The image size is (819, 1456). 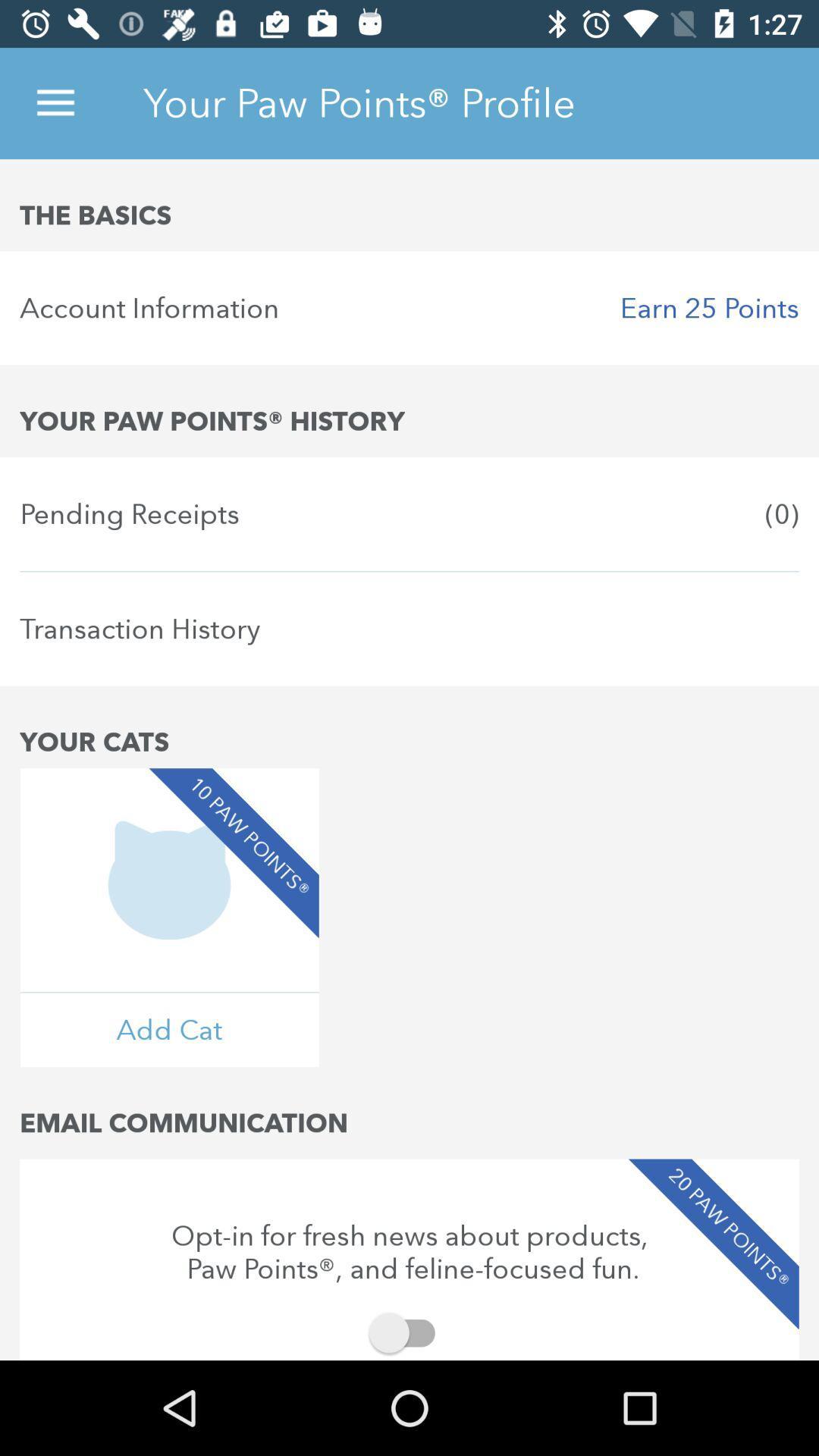 I want to click on the icon below the basics icon, so click(x=409, y=307).